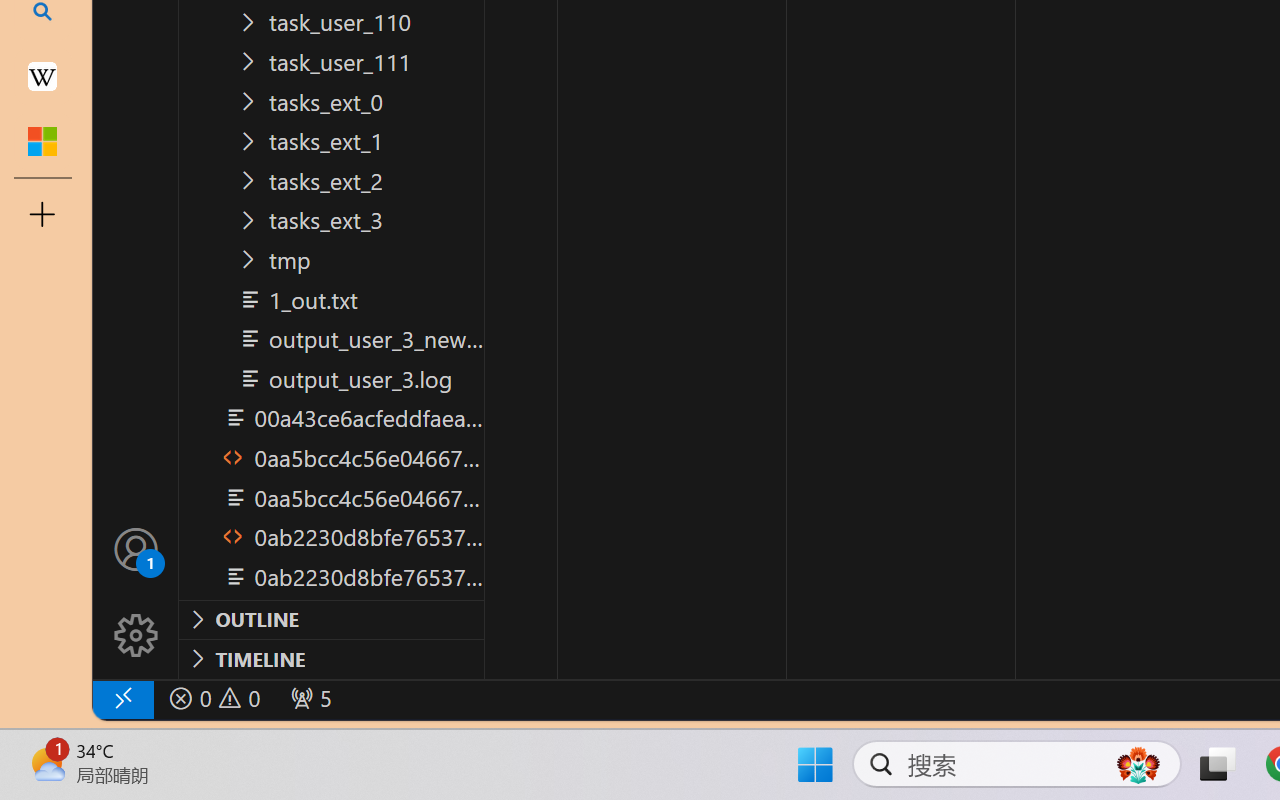 The width and height of the screenshot is (1280, 800). Describe the element at coordinates (331, 657) in the screenshot. I see `'Timeline Section'` at that location.